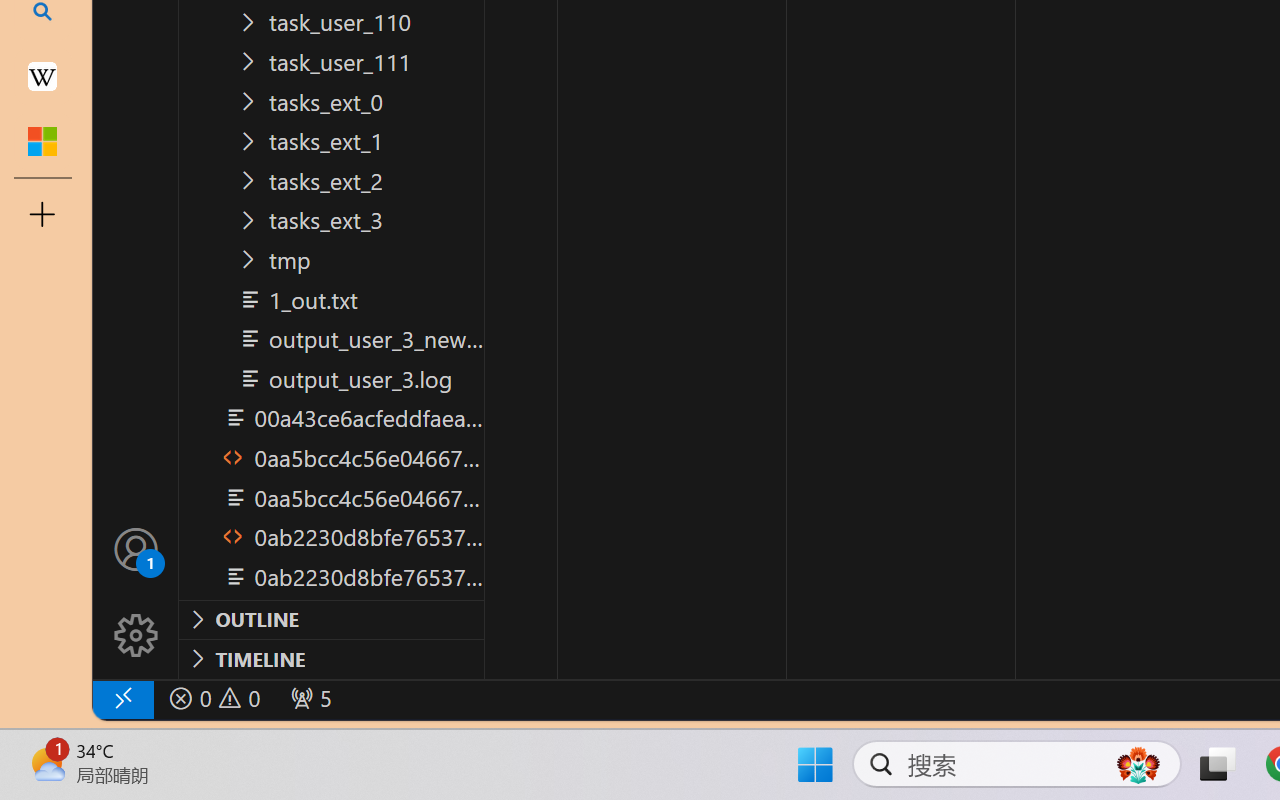 The width and height of the screenshot is (1280, 800). Describe the element at coordinates (331, 657) in the screenshot. I see `'Timeline Section'` at that location.